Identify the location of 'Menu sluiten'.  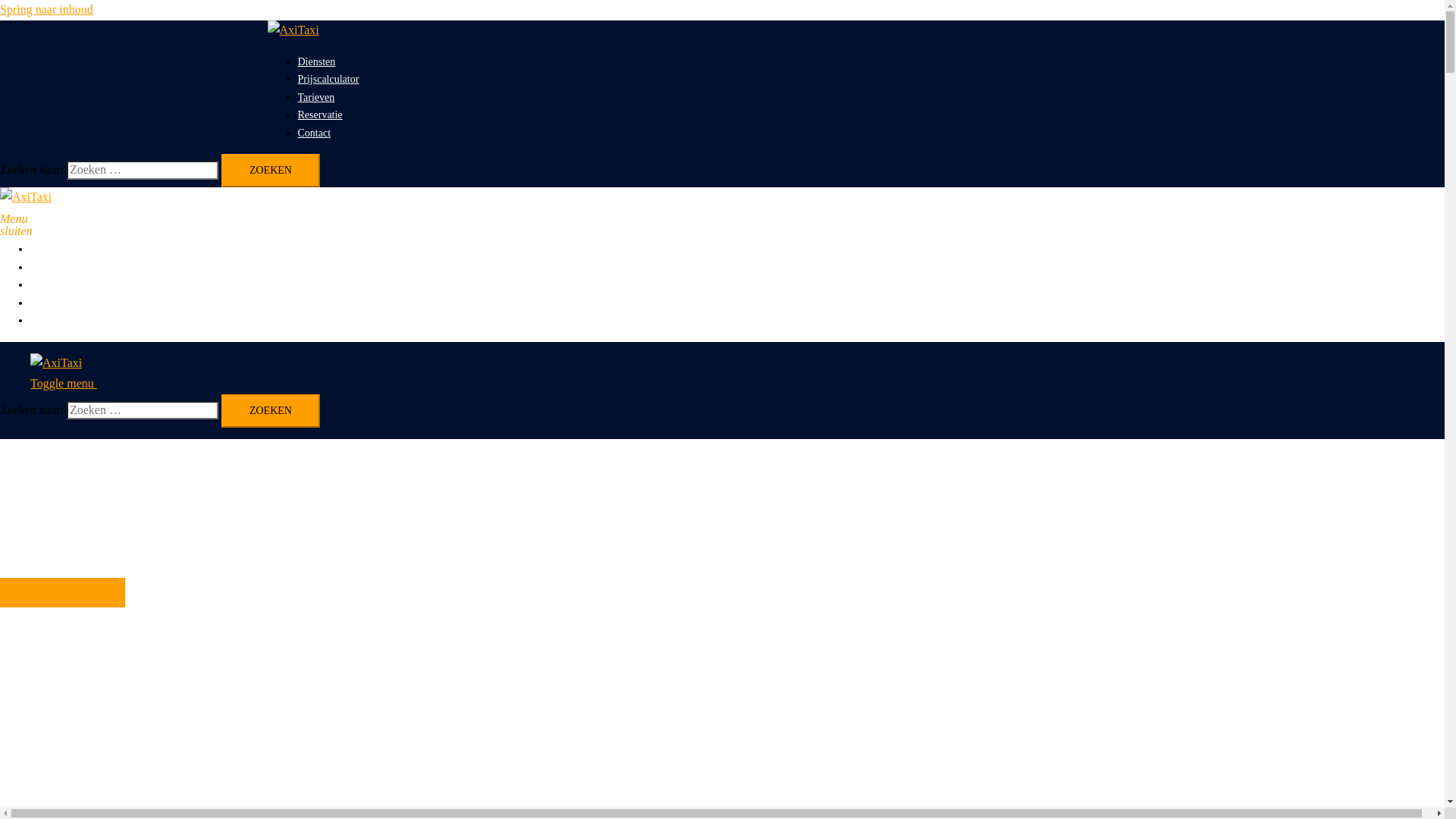
(6, 217).